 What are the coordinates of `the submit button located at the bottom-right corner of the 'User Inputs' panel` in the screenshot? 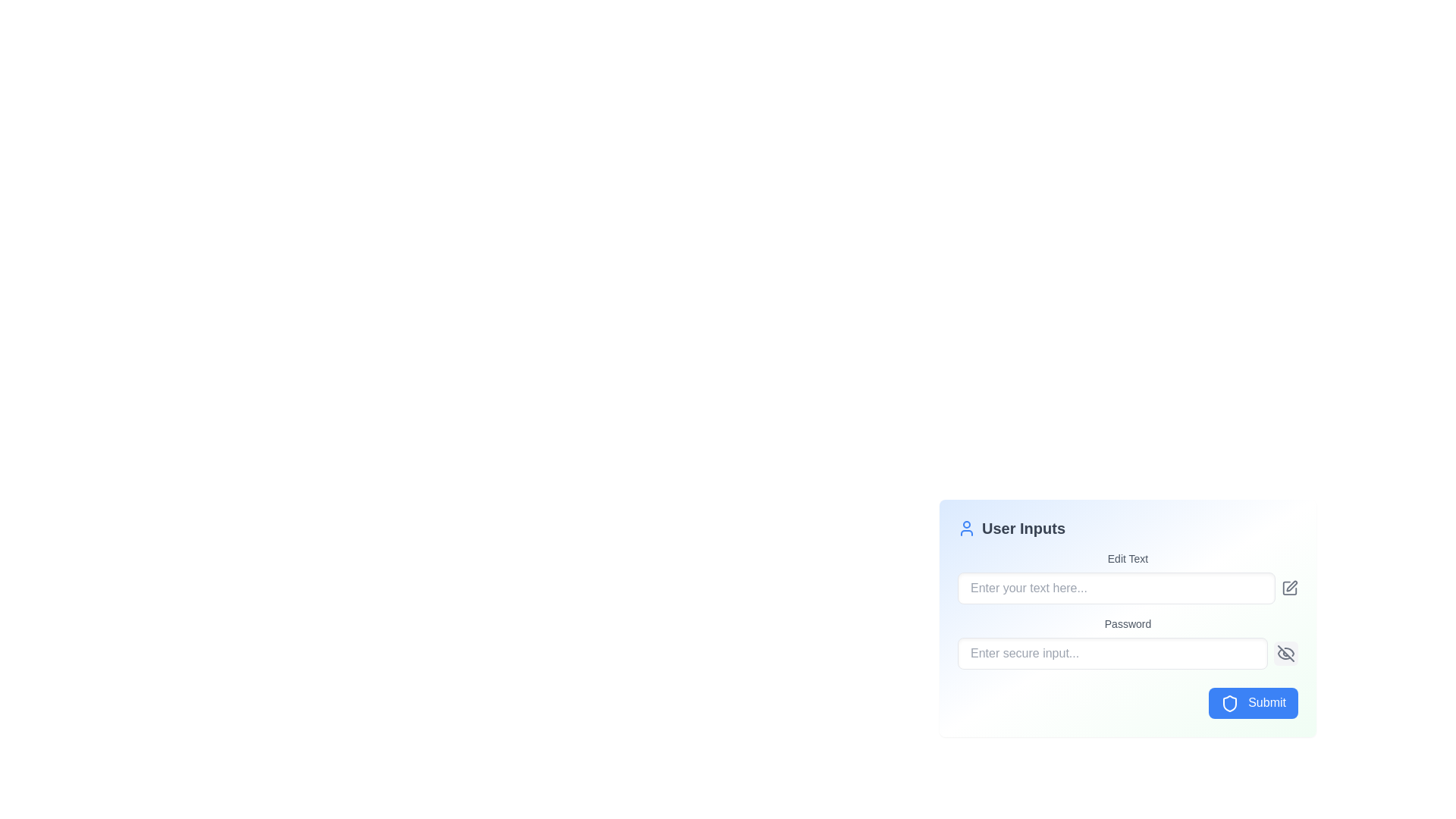 It's located at (1253, 703).